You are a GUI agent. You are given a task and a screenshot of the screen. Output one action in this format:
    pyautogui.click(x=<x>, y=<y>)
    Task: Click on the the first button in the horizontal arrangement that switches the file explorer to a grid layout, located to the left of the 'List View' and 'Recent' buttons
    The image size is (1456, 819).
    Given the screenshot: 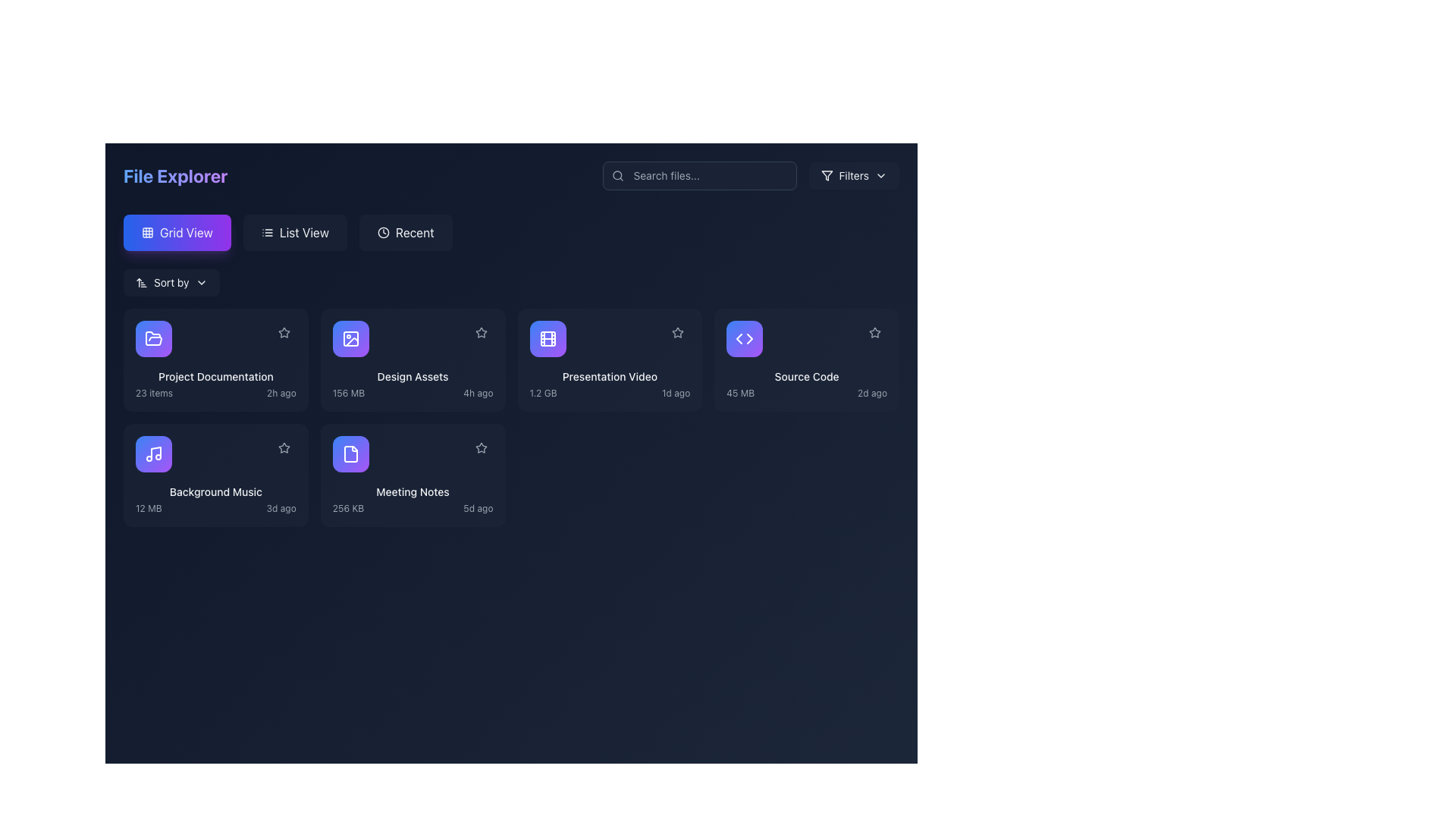 What is the action you would take?
    pyautogui.click(x=177, y=233)
    